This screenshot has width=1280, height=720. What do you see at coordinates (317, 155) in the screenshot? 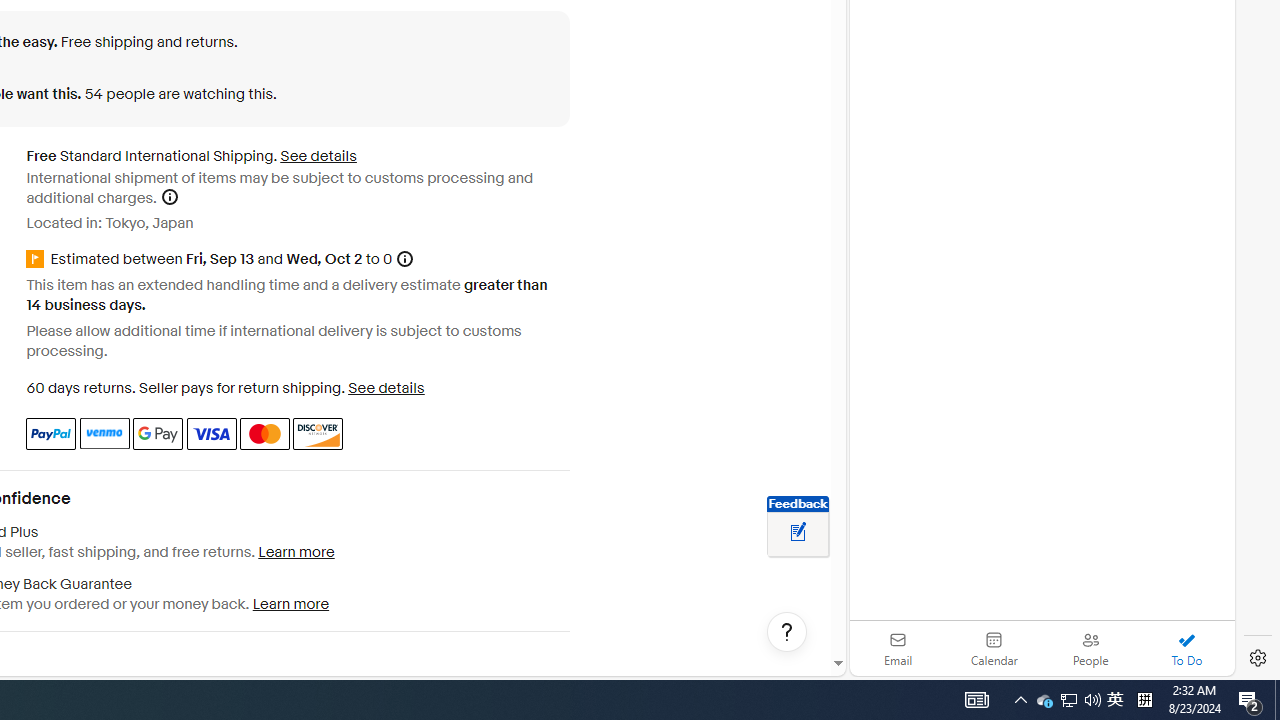
I see `'See details for shipping'` at bounding box center [317, 155].